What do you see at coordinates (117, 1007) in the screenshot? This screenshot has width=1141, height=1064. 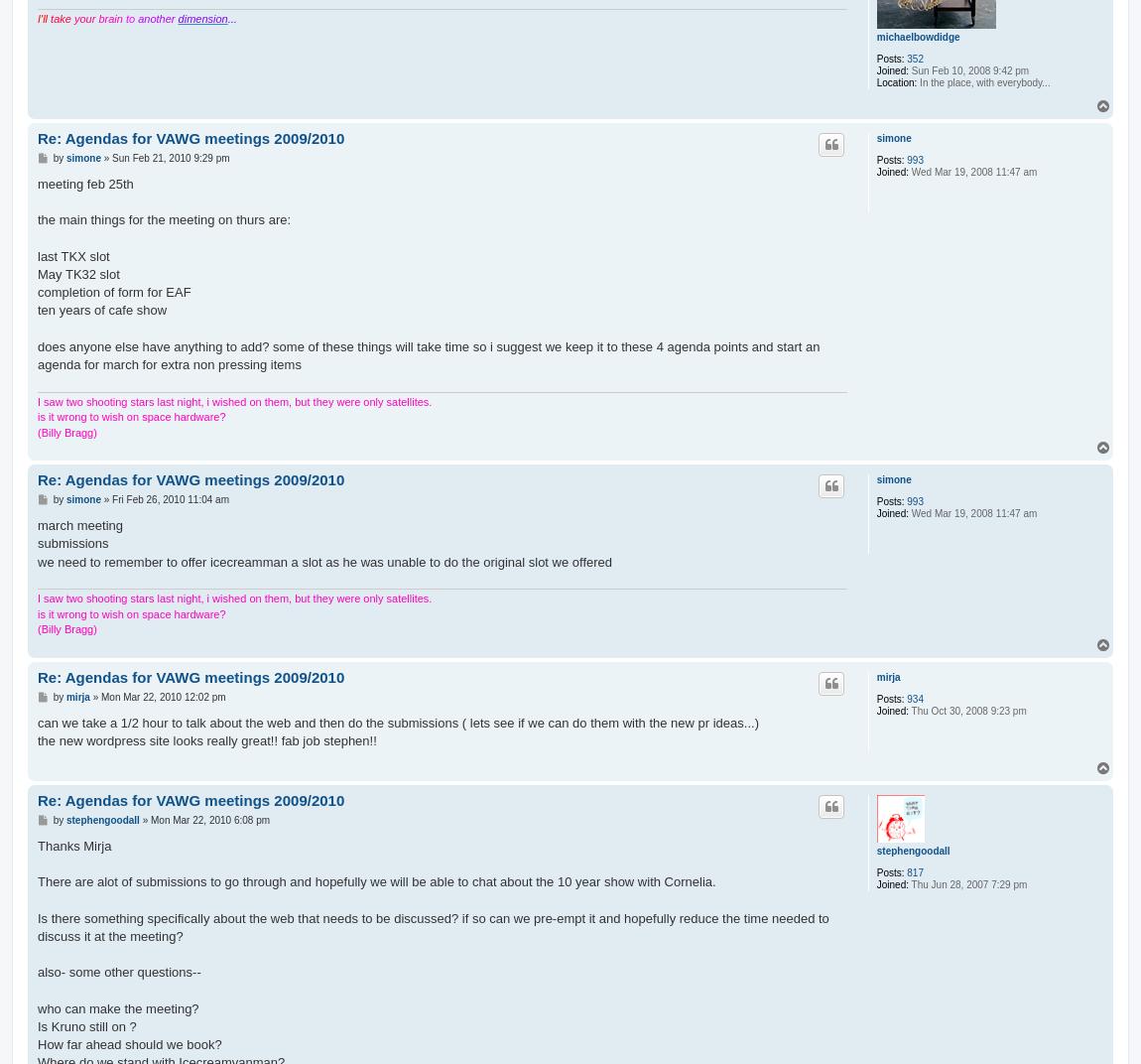 I see `'who can make the meeting?'` at bounding box center [117, 1007].